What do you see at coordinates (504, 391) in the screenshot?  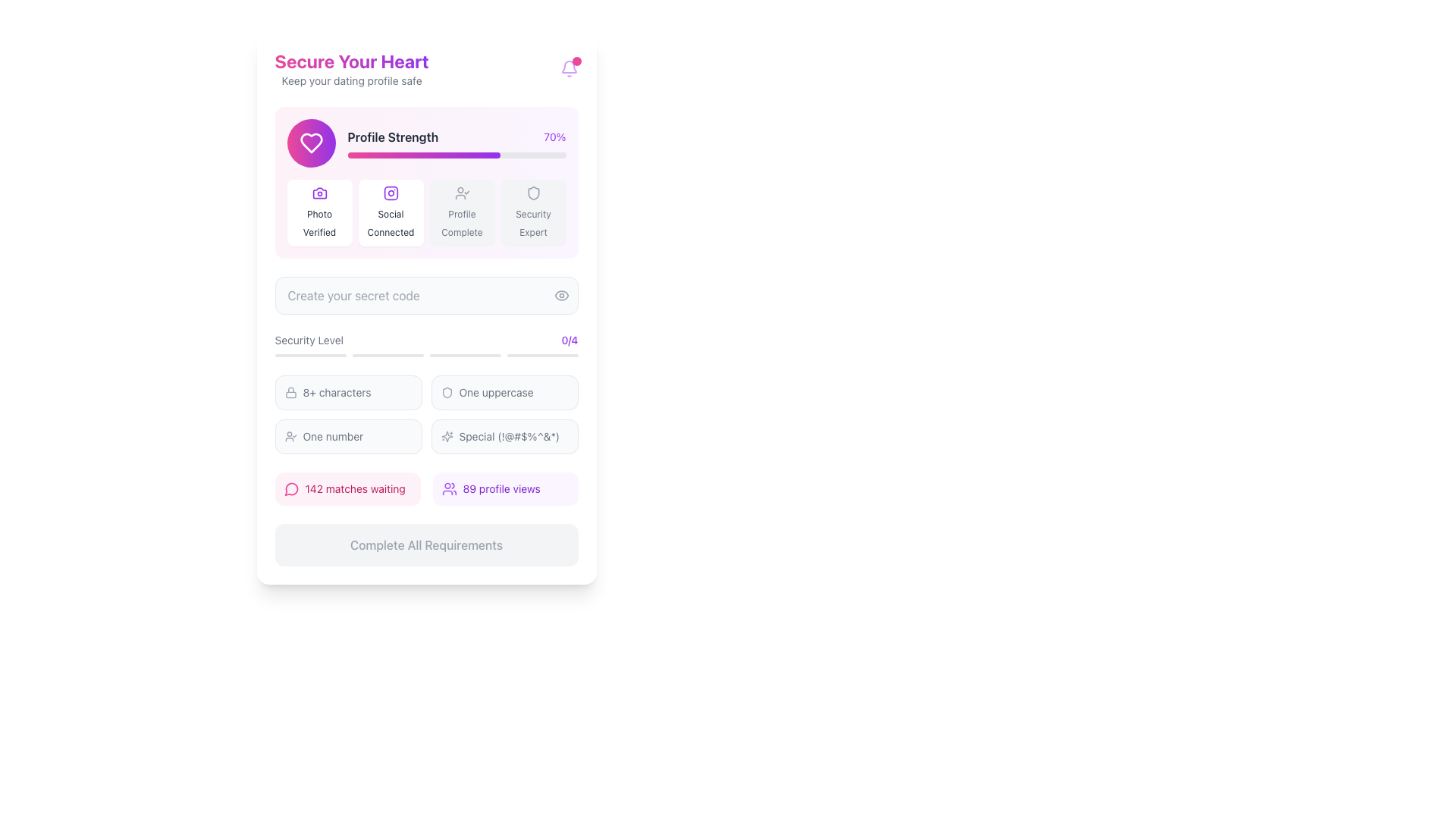 I see `text 'One uppercase' from the Label with a shield-like icon, which is located in the third row of the Security Level section, below the '8+ characters' requirement` at bounding box center [504, 391].